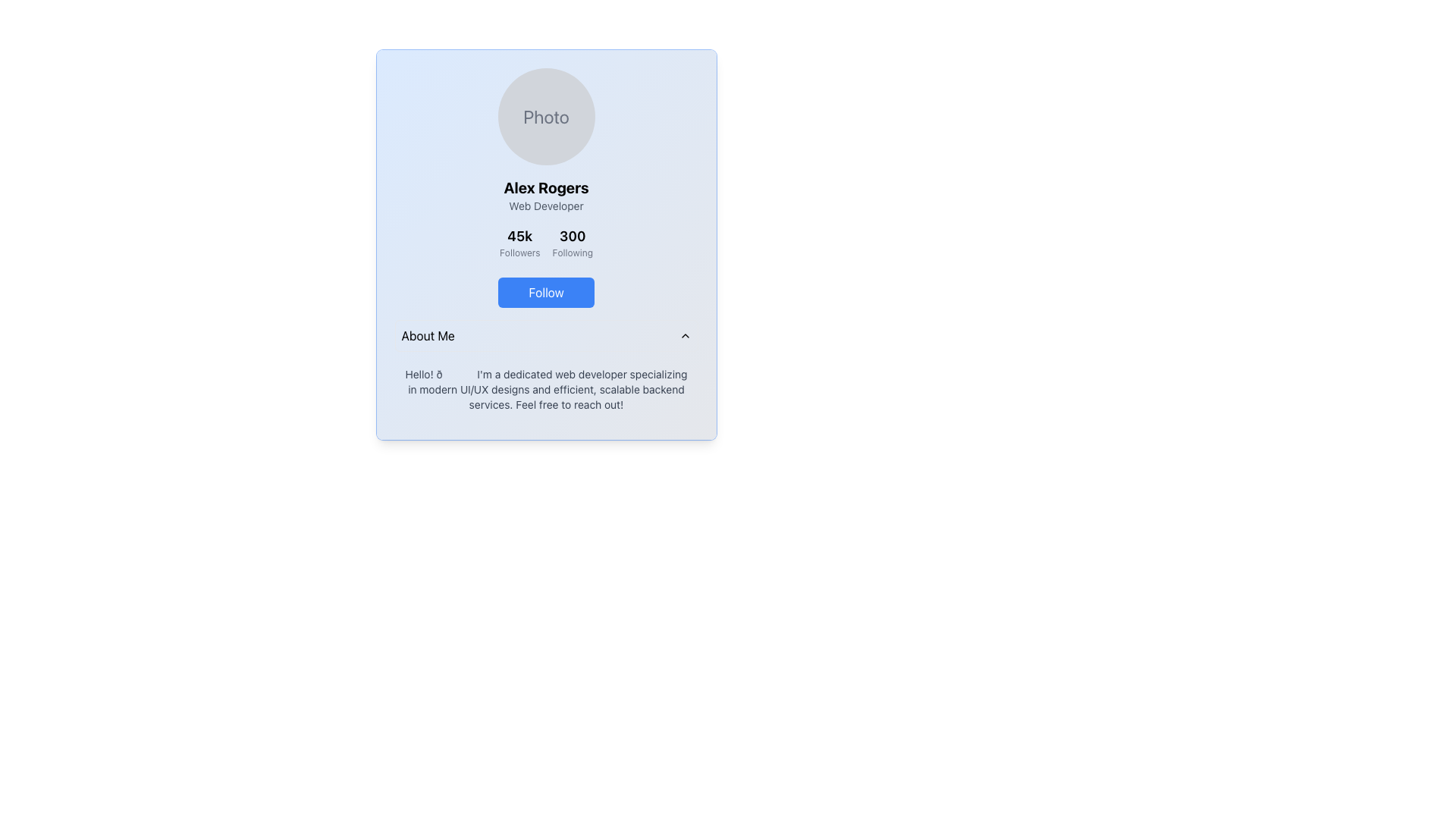 Image resolution: width=1456 pixels, height=819 pixels. What do you see at coordinates (546, 206) in the screenshot?
I see `the 'Web Developer' text element, which is centrally aligned within the profile card and positioned below 'Alex Rogers'` at bounding box center [546, 206].